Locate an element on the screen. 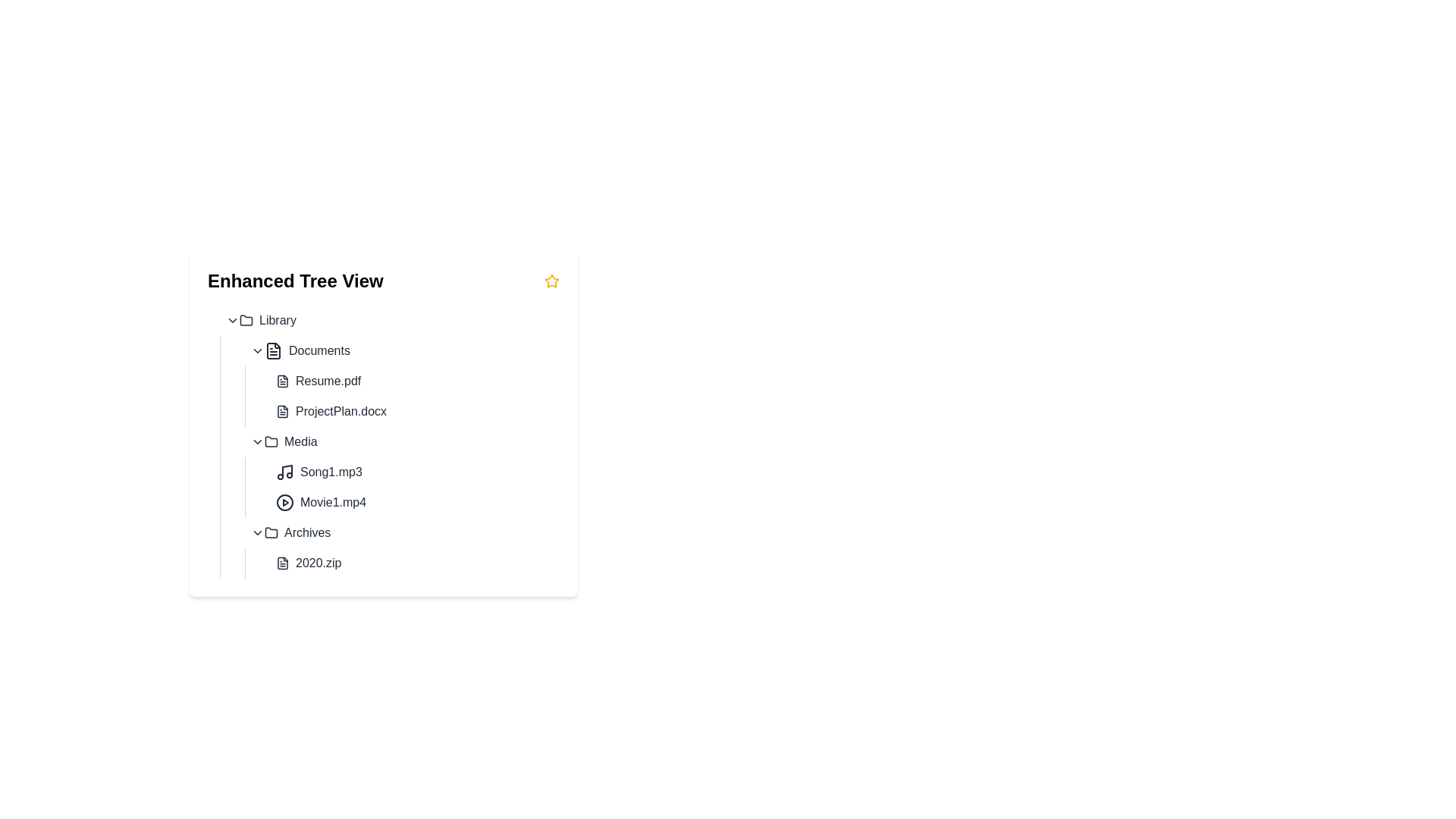  the circular shape of the play button icon for the 'Movie1.mp4' media entry in the tree view is located at coordinates (284, 503).